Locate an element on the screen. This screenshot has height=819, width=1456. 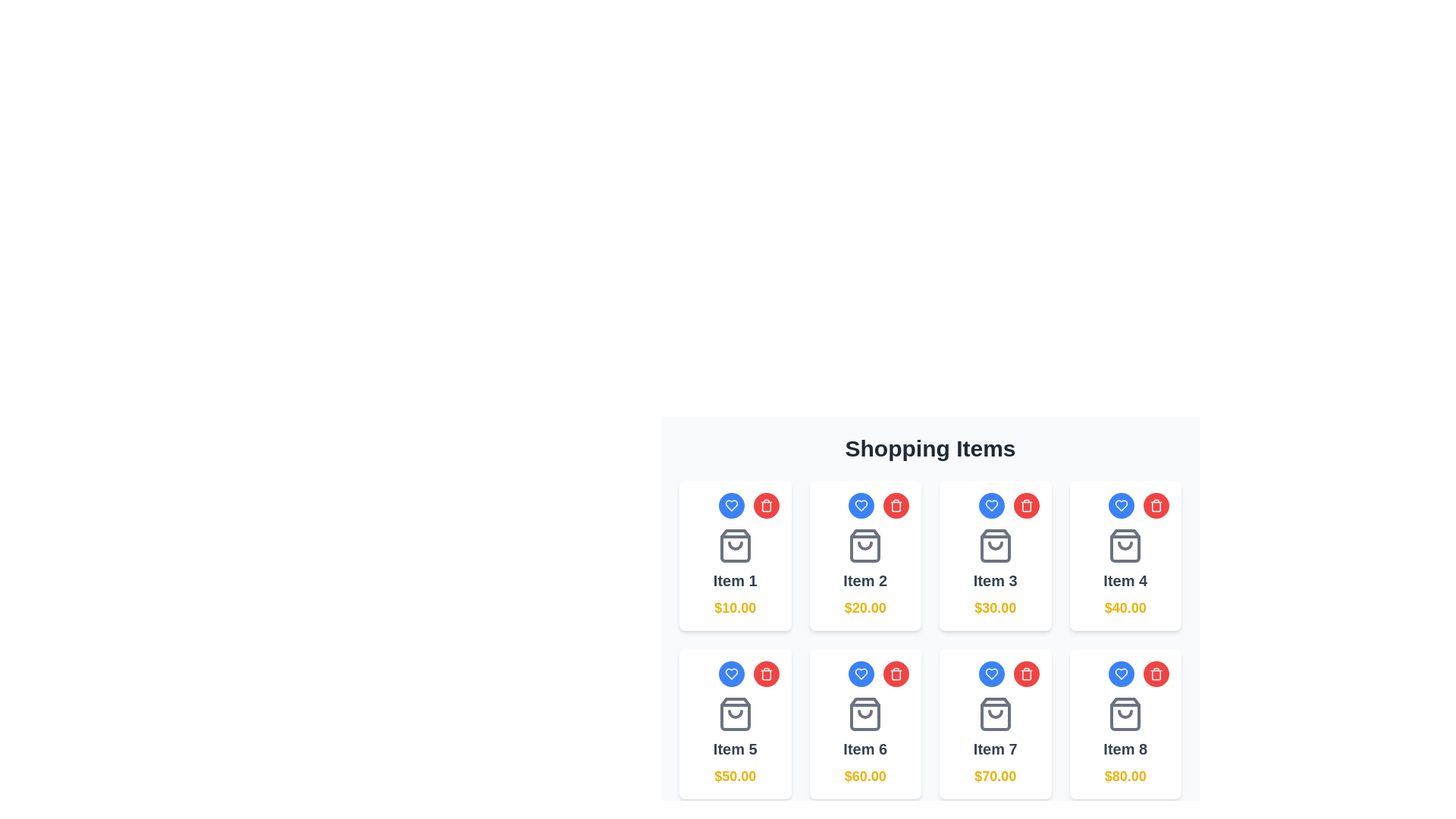
the third shopping item card in the grid layout is located at coordinates (995, 555).